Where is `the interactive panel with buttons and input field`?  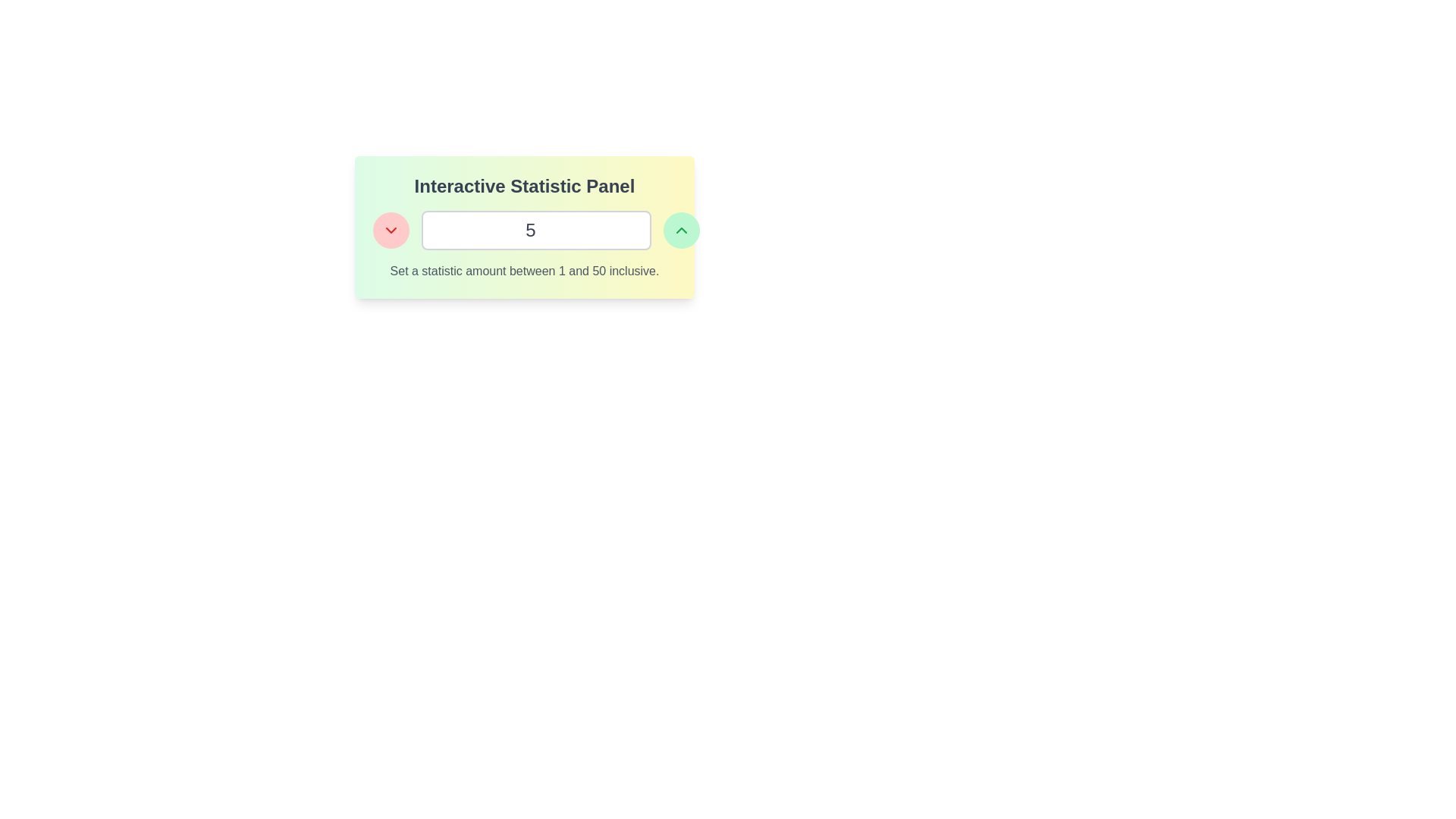 the interactive panel with buttons and input field is located at coordinates (524, 227).